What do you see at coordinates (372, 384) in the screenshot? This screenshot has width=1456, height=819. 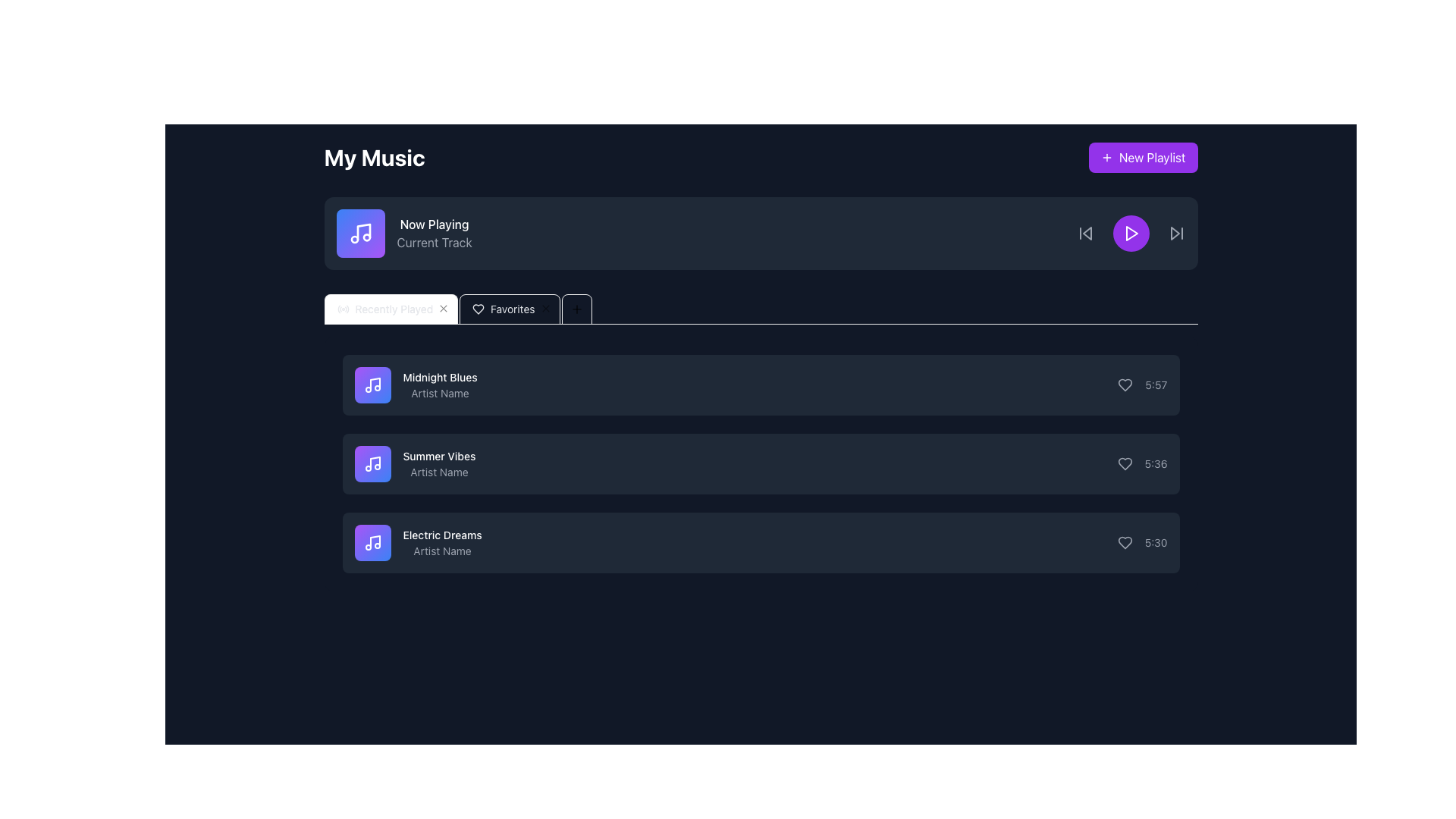 I see `the rounded square icon filled with a gradient from purple to blue, which contains a white musical note graphic` at bounding box center [372, 384].